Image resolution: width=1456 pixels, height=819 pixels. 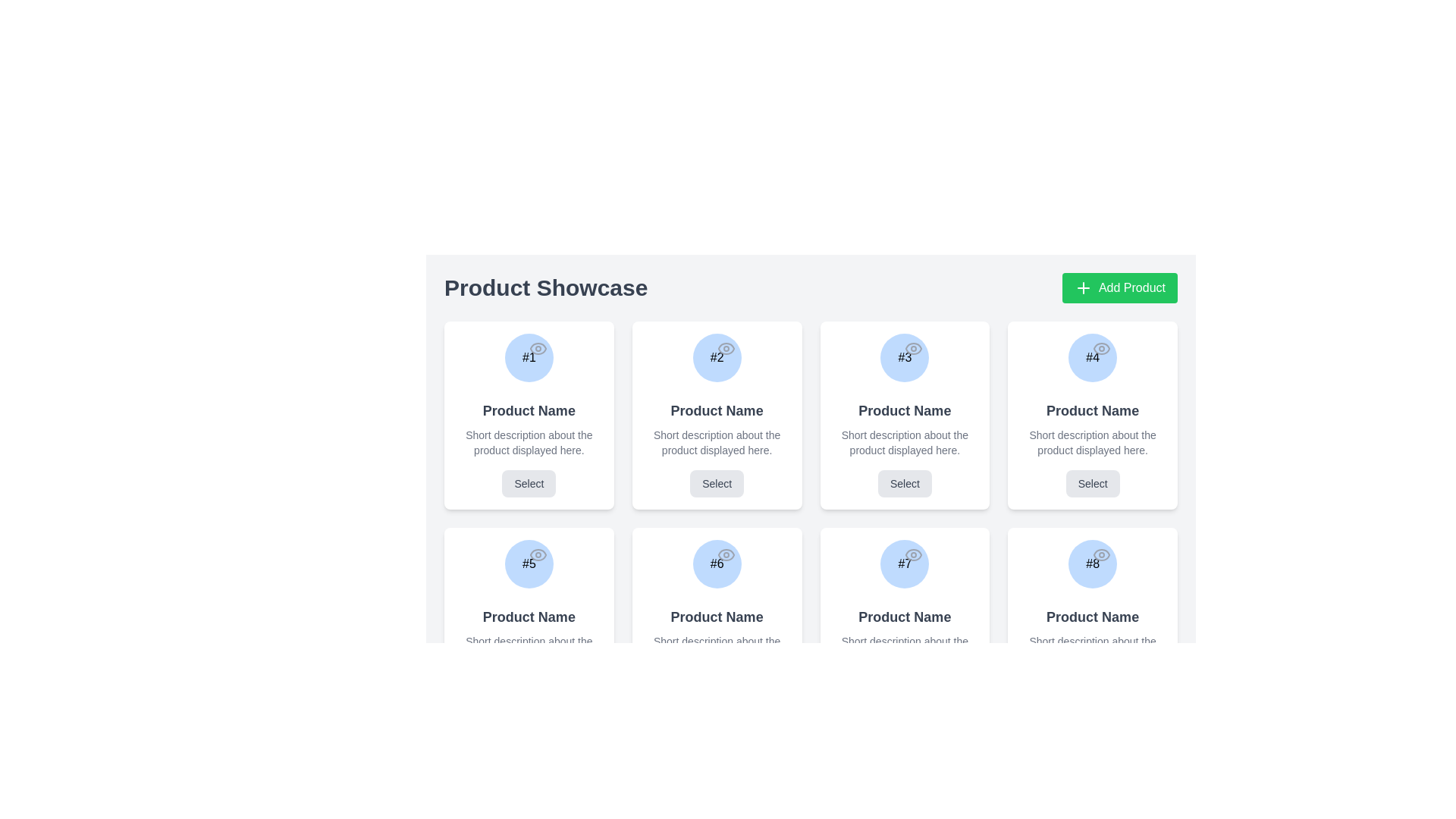 What do you see at coordinates (716, 564) in the screenshot?
I see `the label element in the second row, third column of the grid structure within the 'Product Name' card, which visually indicates the order or selection of the product` at bounding box center [716, 564].